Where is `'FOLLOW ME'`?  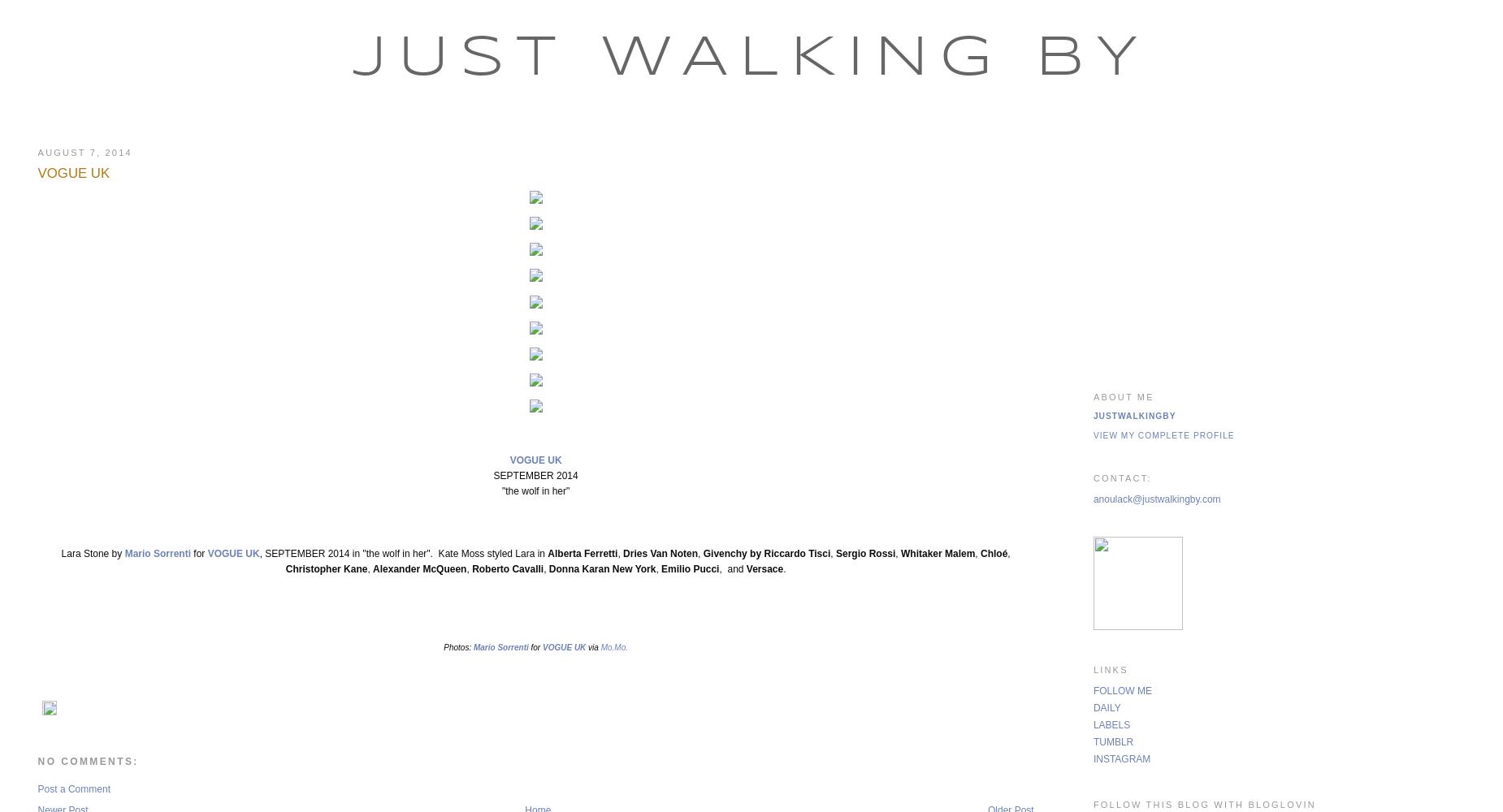 'FOLLOW ME' is located at coordinates (1121, 689).